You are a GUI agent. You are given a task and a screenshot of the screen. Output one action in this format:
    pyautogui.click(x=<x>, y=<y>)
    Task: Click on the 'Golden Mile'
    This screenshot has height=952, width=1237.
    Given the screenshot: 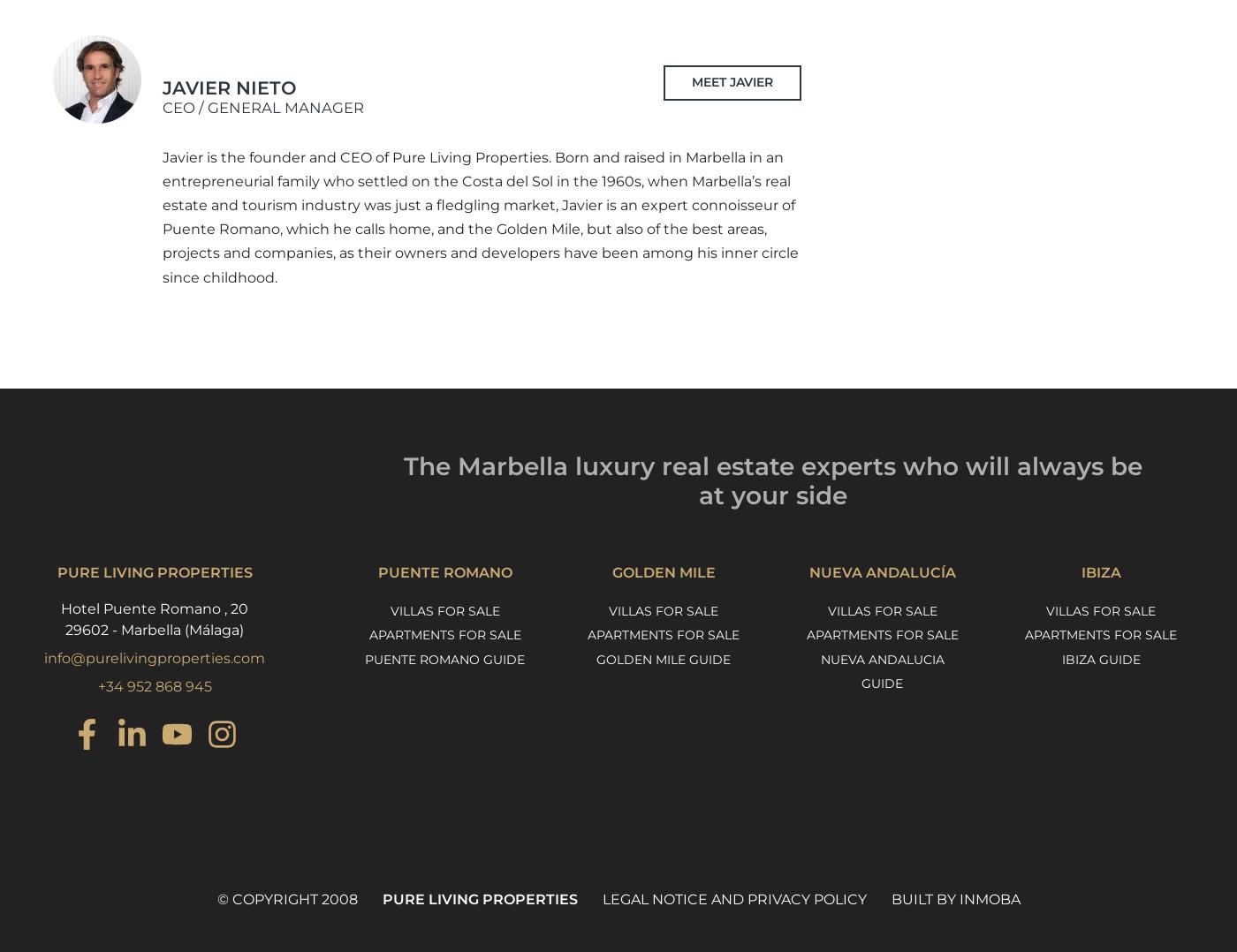 What is the action you would take?
    pyautogui.click(x=663, y=571)
    